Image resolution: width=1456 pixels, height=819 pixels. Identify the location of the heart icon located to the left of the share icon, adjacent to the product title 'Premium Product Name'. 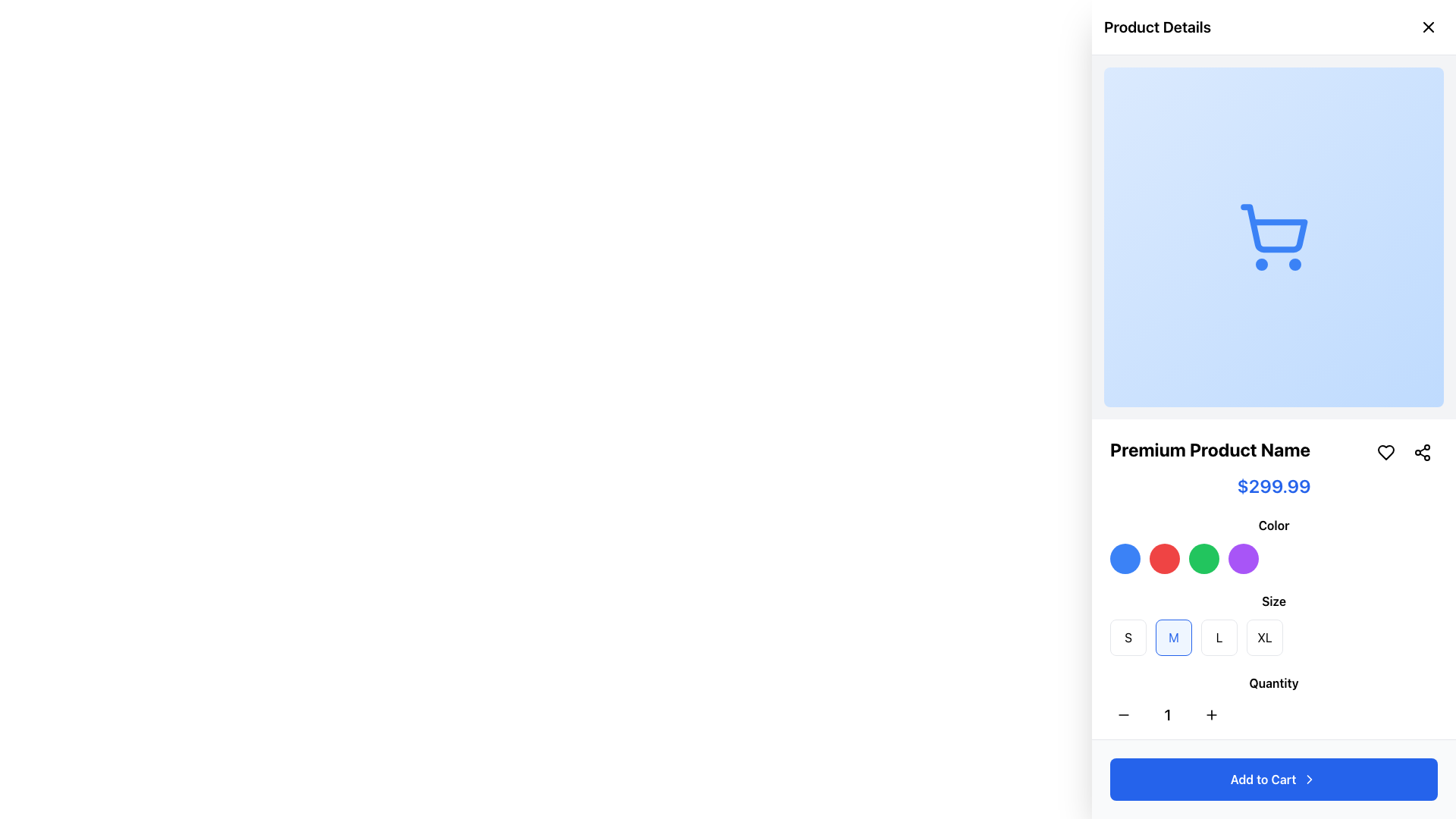
(1386, 452).